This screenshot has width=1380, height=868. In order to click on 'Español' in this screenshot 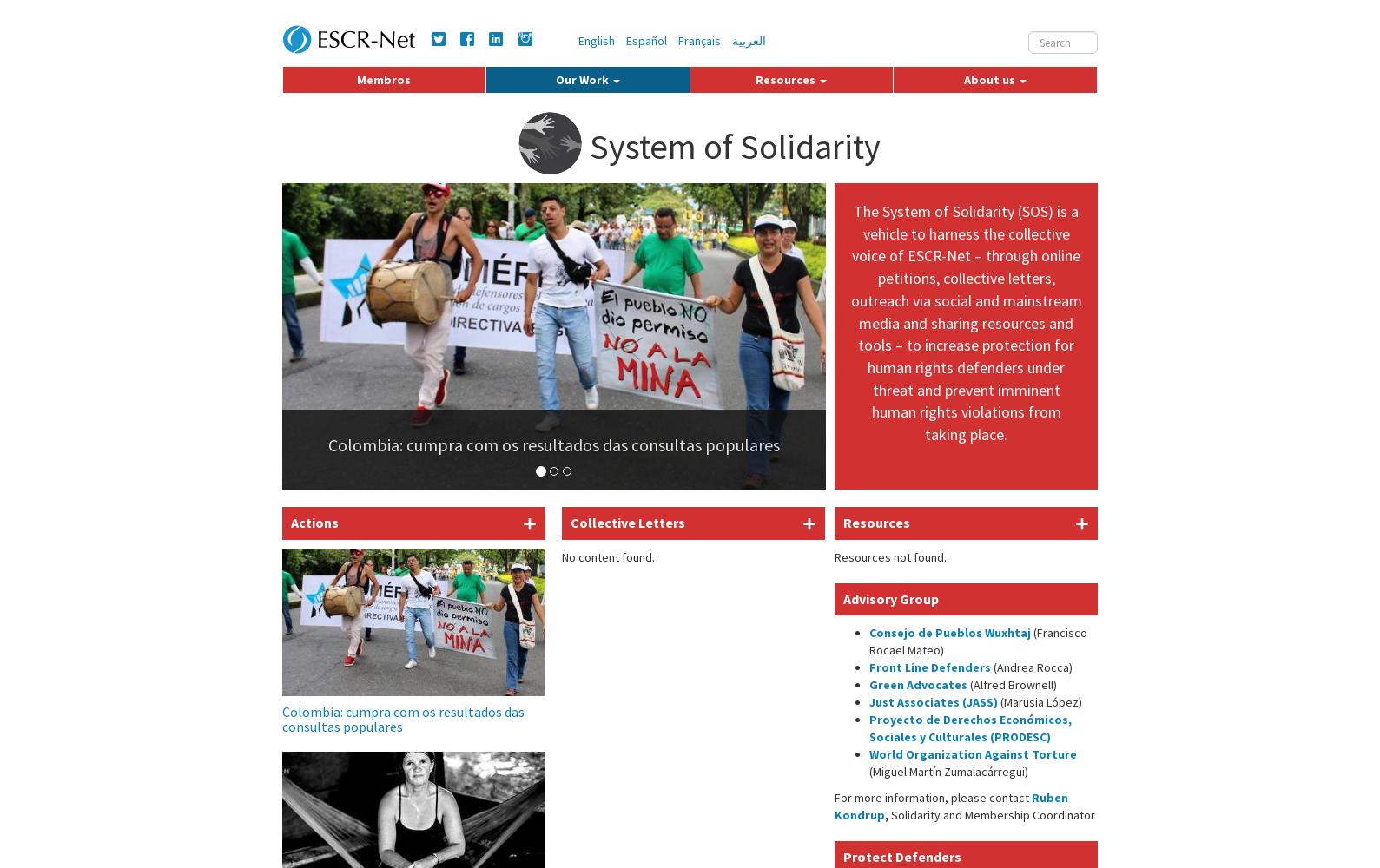, I will do `click(646, 41)`.